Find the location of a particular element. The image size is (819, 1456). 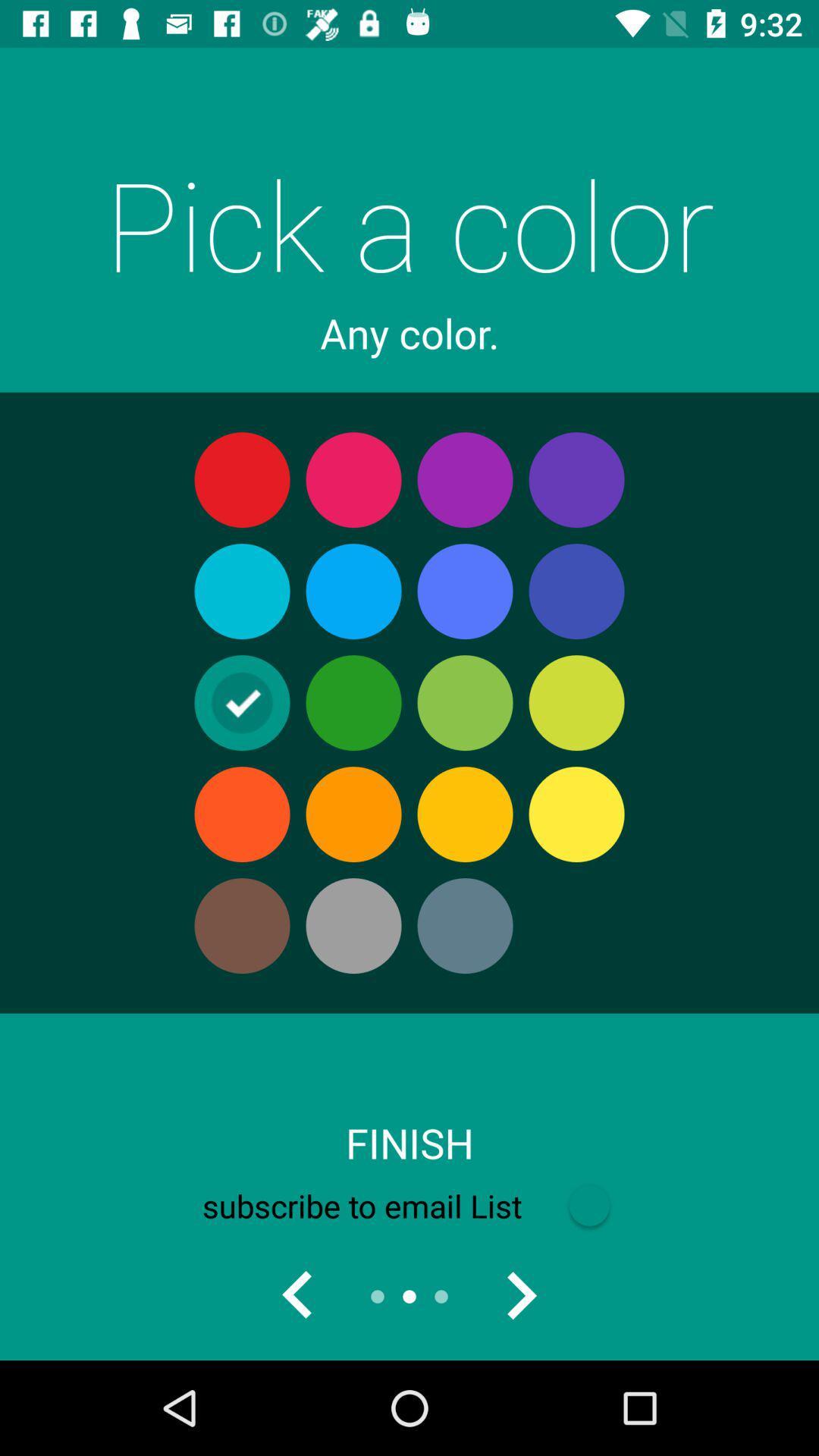

the arrow_forward icon is located at coordinates (519, 1295).